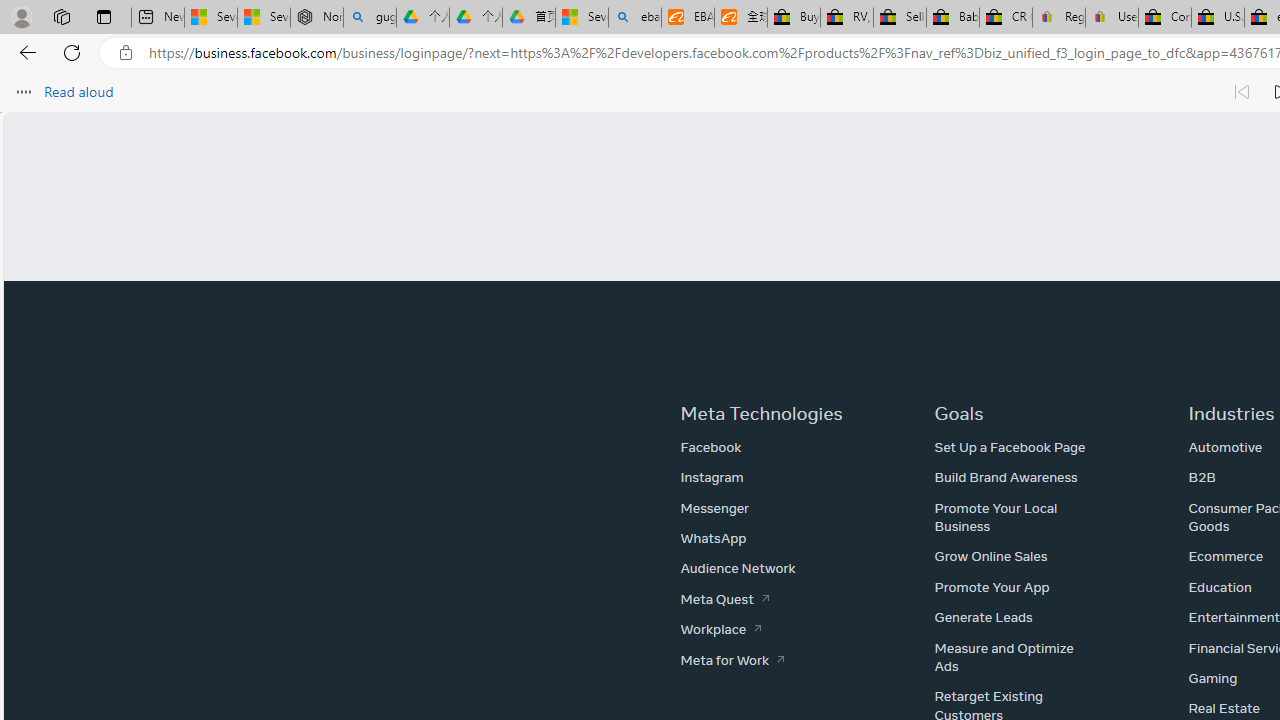 The height and width of the screenshot is (720, 1280). What do you see at coordinates (713, 537) in the screenshot?
I see `'WhatsApp'` at bounding box center [713, 537].